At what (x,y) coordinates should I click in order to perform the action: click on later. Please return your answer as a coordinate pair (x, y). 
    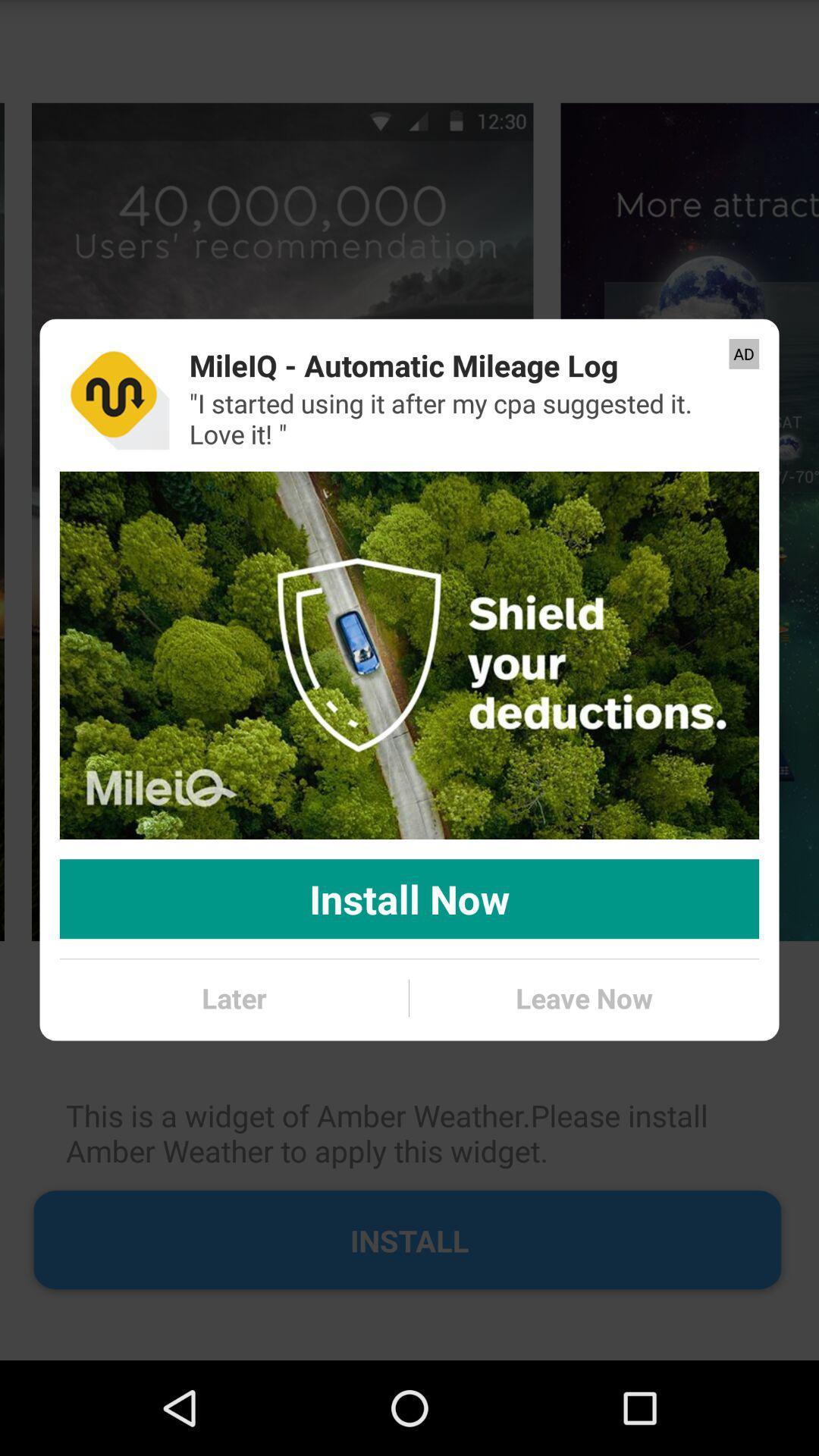
    Looking at the image, I should click on (234, 998).